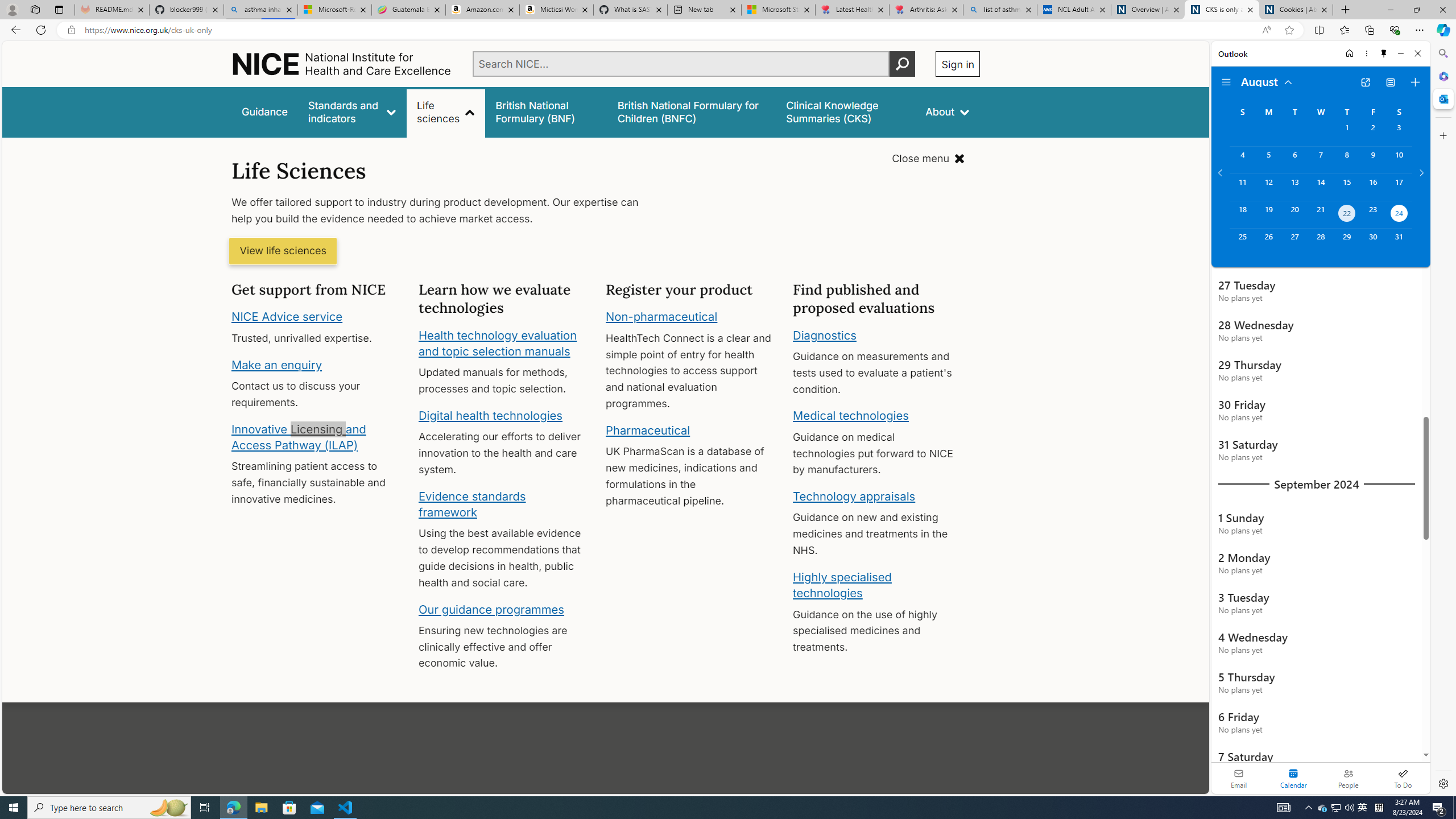 This screenshot has height=819, width=1456. Describe the element at coordinates (1319, 242) in the screenshot. I see `'Wednesday, August 28, 2024. '` at that location.